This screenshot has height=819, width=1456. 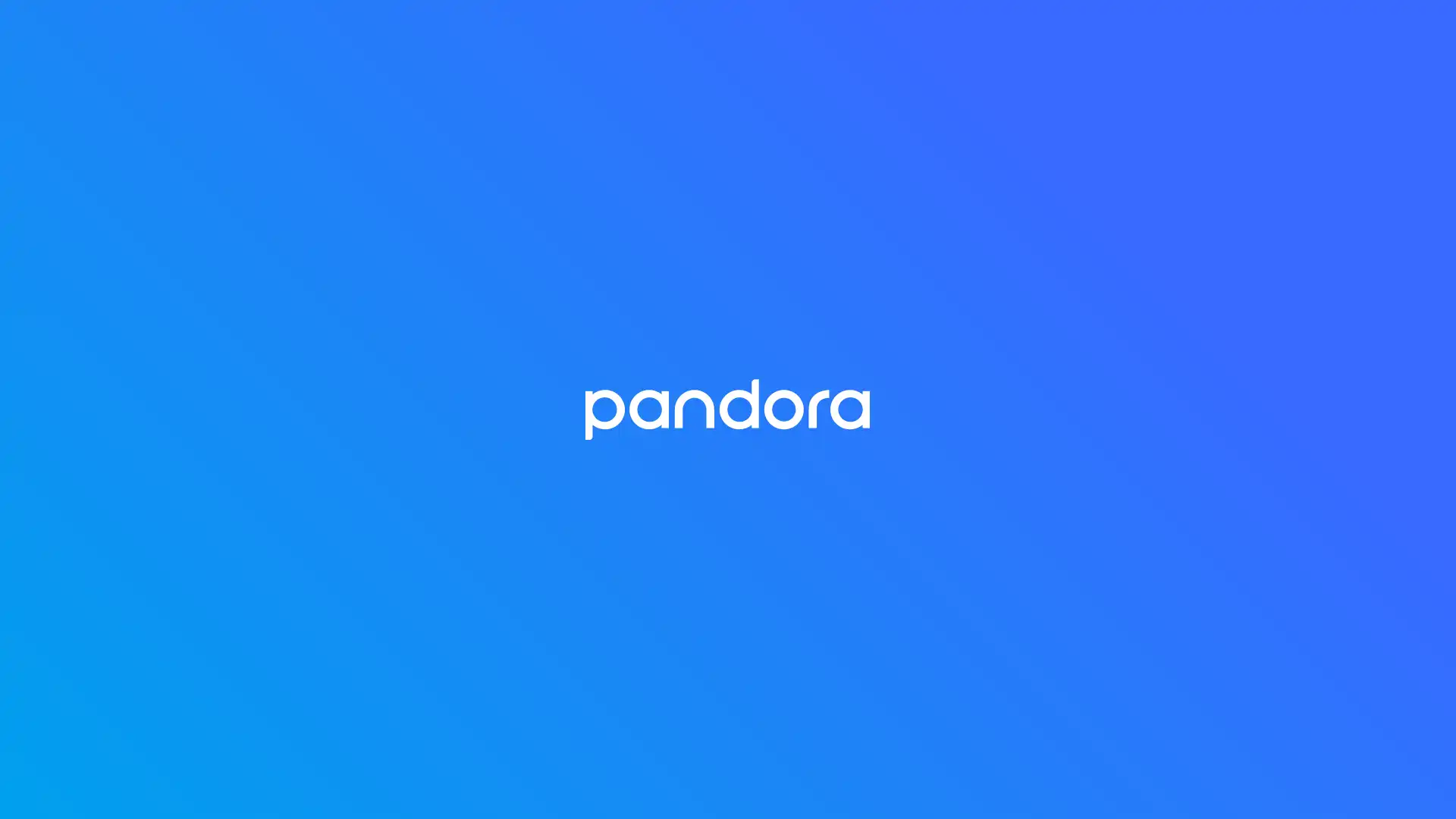 I want to click on Log In, so click(x=728, y=336).